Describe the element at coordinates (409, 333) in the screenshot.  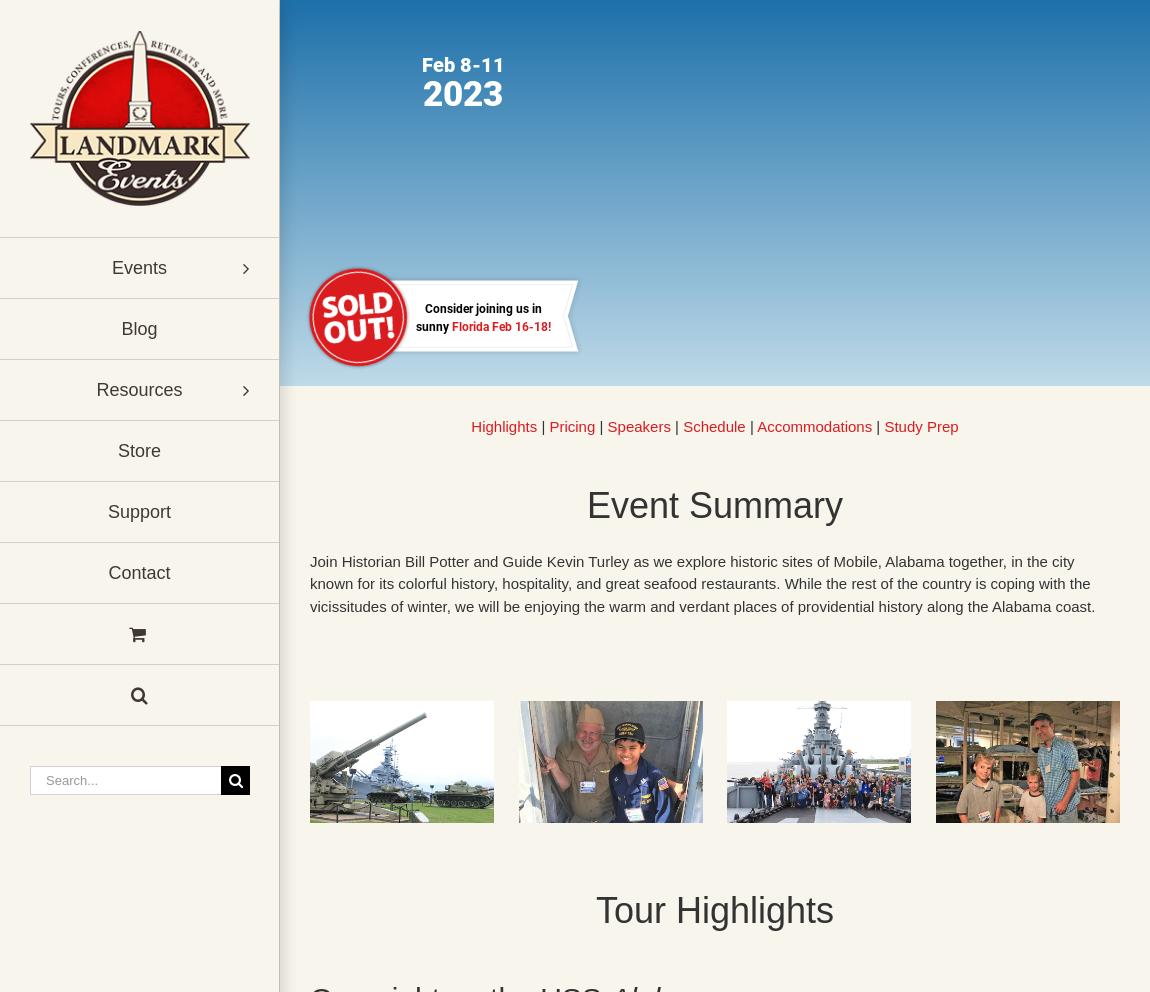
I see `'(Feb 15-17, 2024)'` at that location.